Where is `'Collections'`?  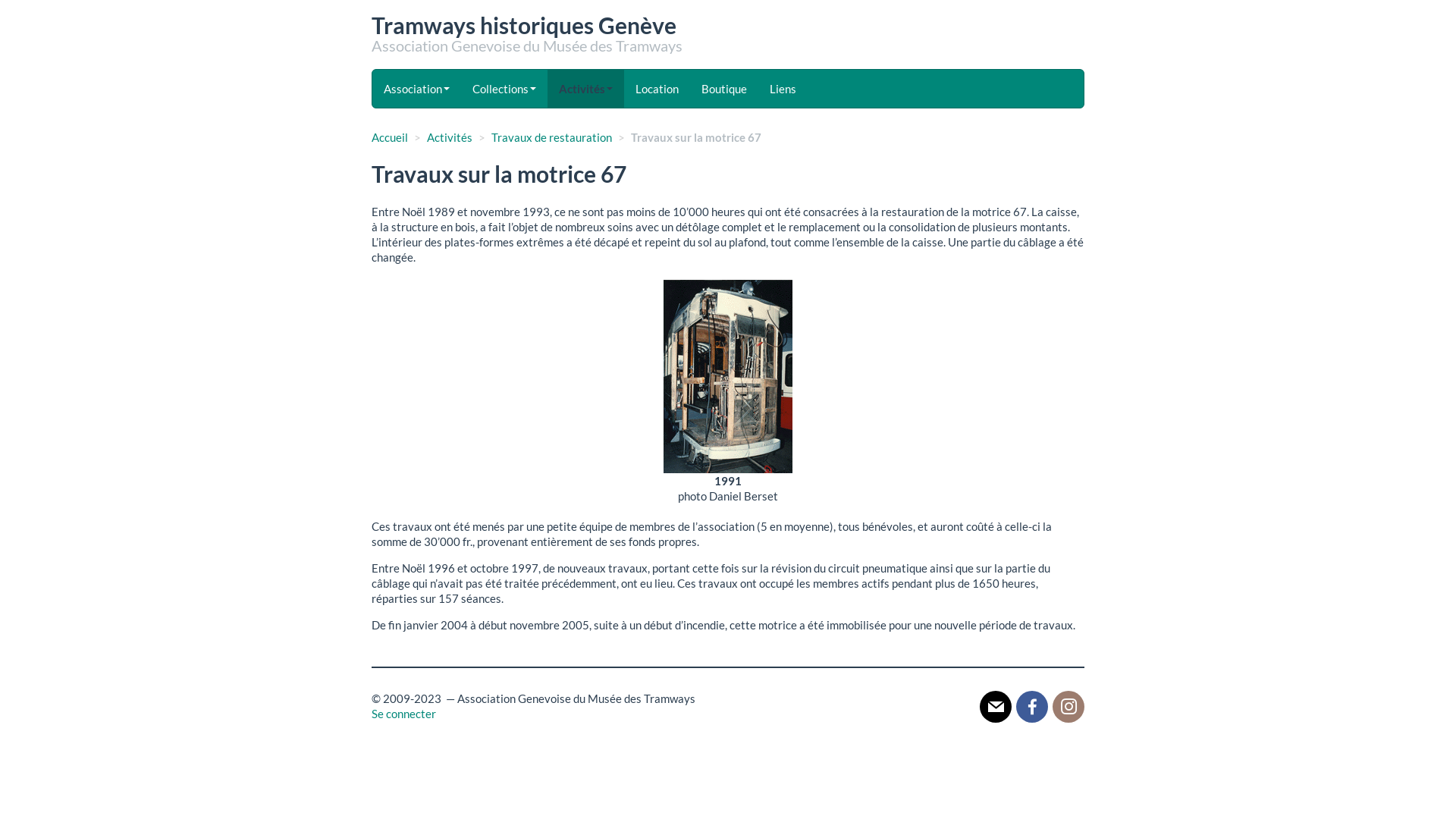 'Collections' is located at coordinates (504, 88).